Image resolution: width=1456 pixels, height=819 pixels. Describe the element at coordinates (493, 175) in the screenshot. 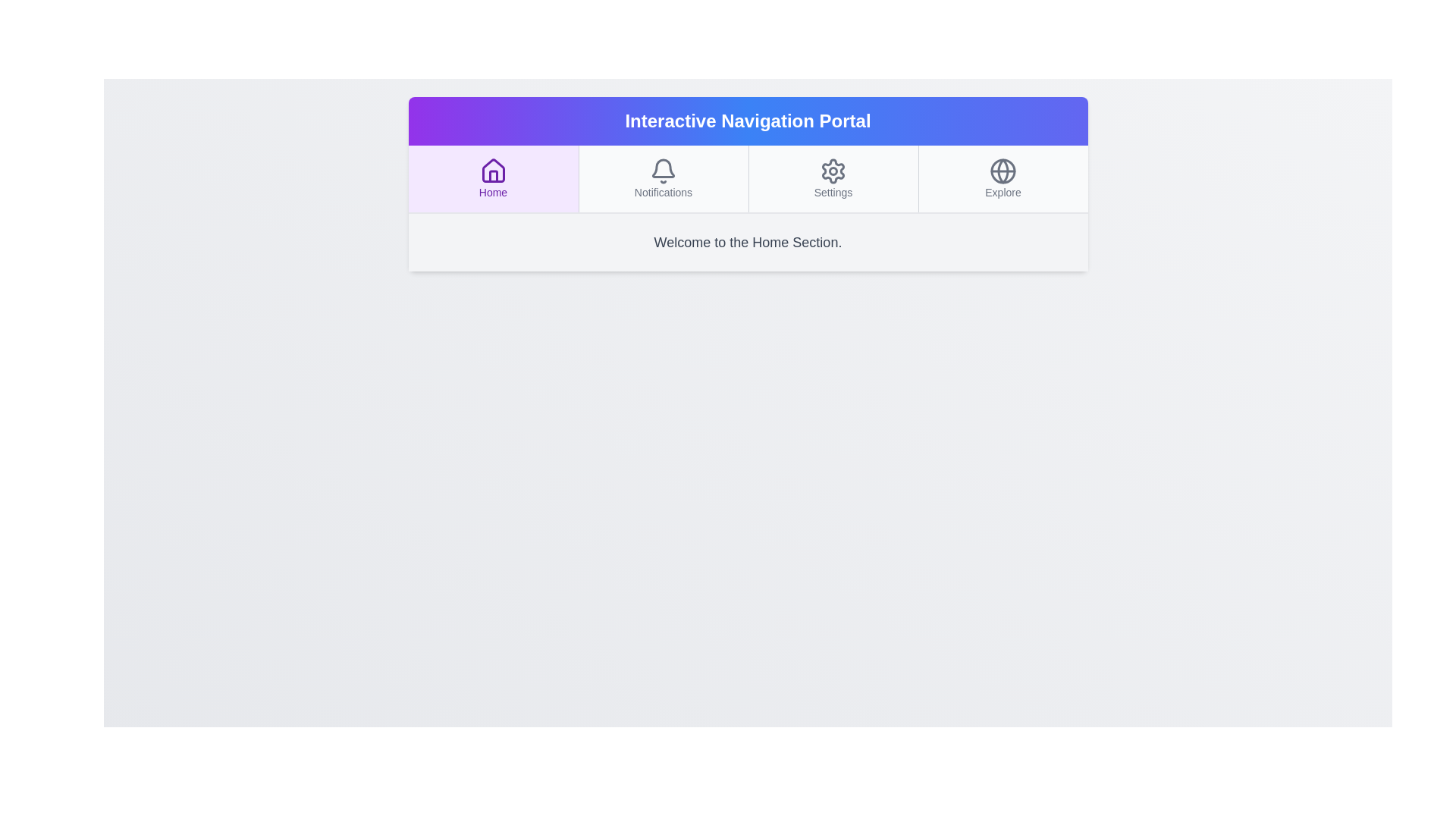

I see `the Decorative Icon Component, which resembles a rectangular door within a house icon located at the center of the purple-highlighted 'Home' section in the navigation bar` at that location.